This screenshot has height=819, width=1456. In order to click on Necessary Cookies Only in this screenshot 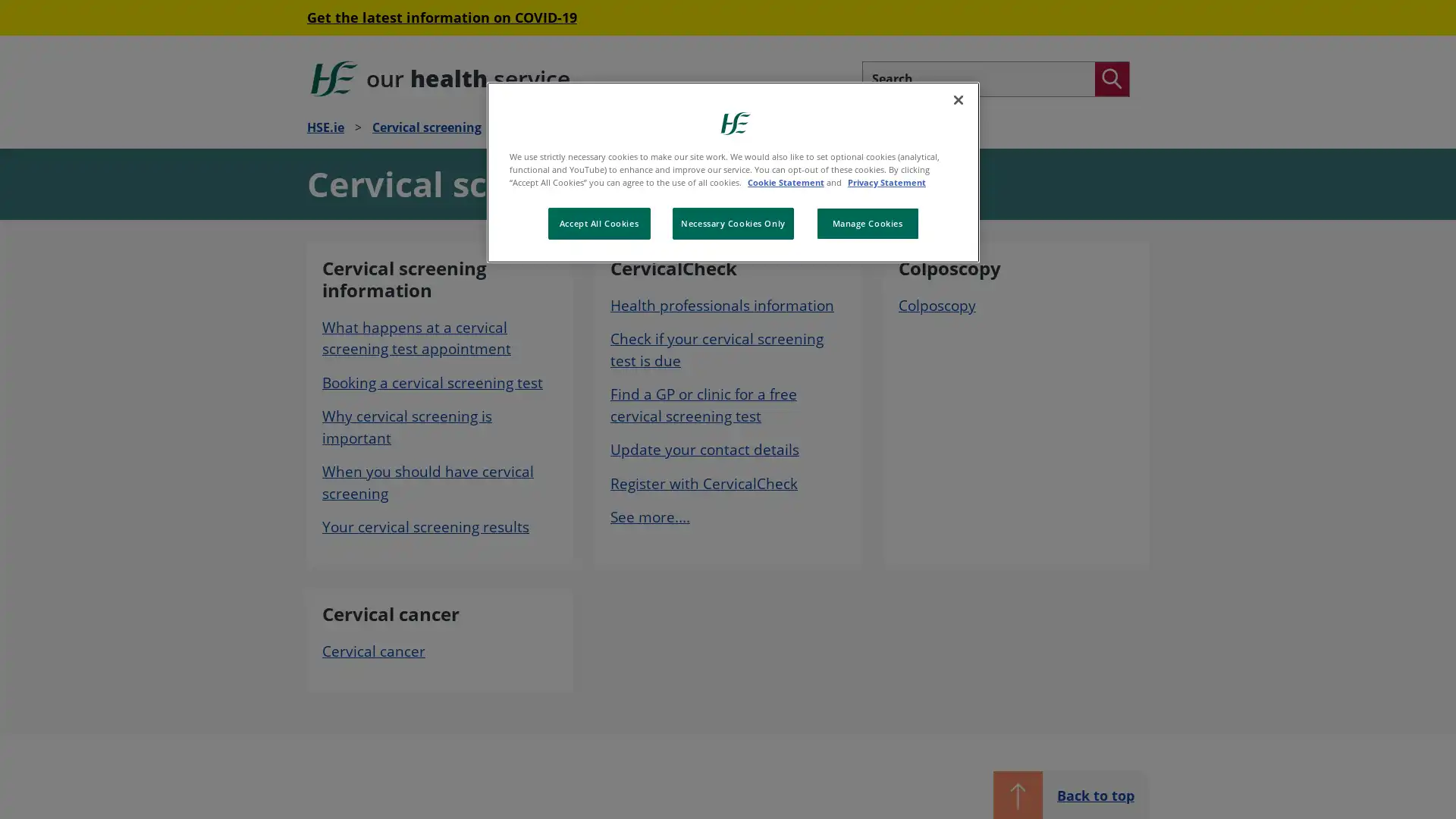, I will do `click(733, 223)`.